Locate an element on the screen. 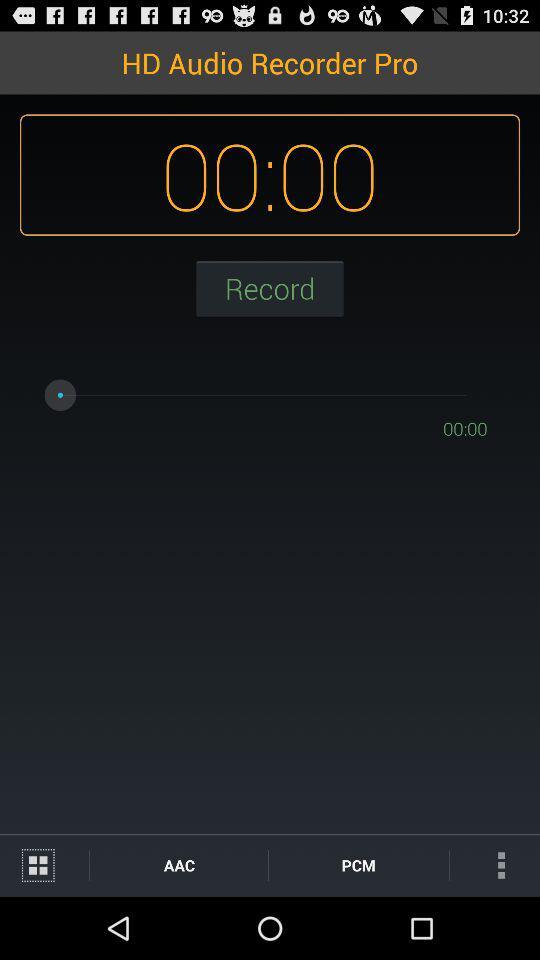 The image size is (540, 960). the icon to the right of the pcm is located at coordinates (493, 864).